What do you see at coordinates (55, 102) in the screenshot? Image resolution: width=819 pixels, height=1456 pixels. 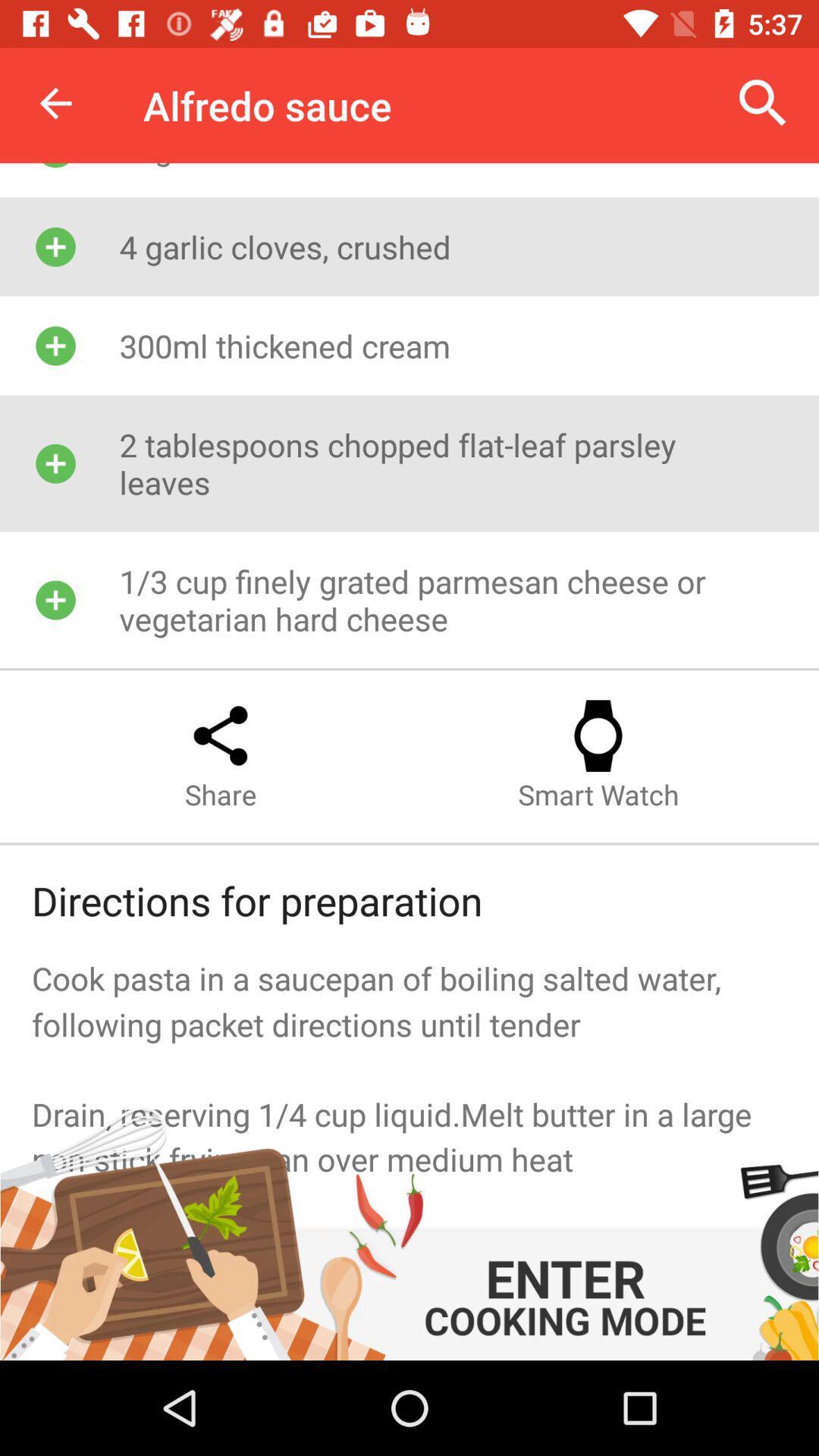 I see `item above 25g butter item` at bounding box center [55, 102].